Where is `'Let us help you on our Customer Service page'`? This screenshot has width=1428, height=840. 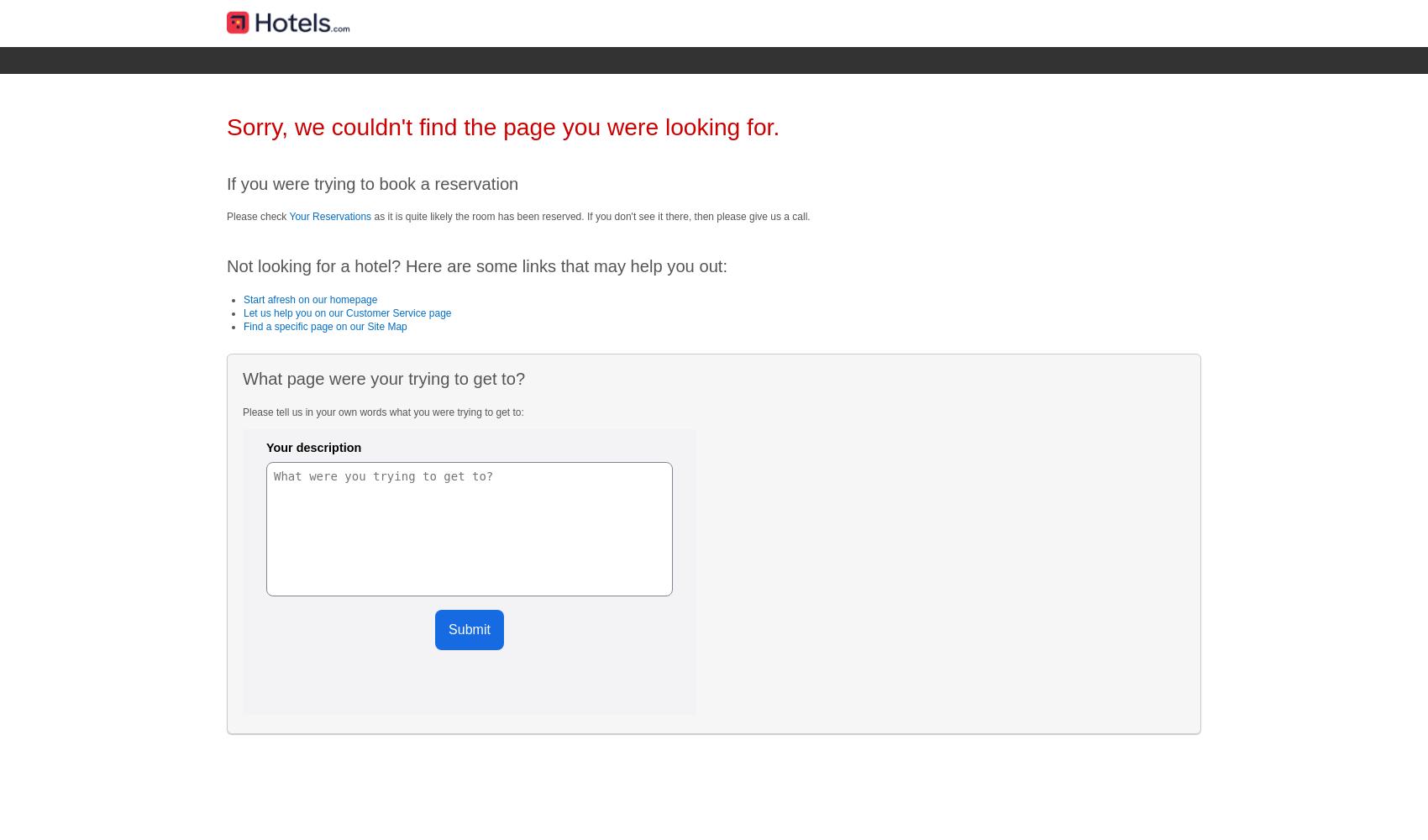
'Let us help you on our Customer Service page' is located at coordinates (346, 312).